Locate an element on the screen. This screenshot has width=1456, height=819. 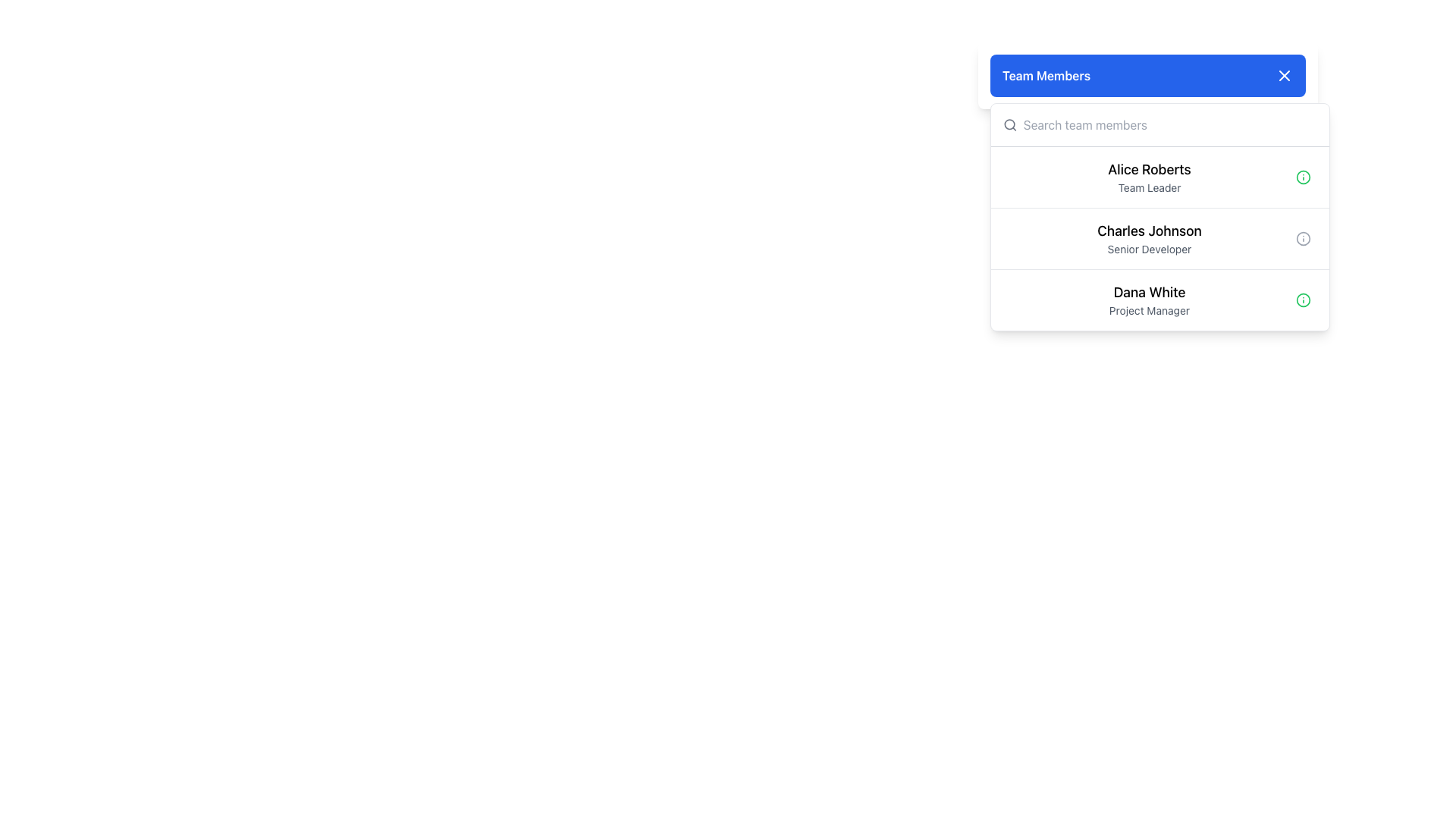
the text element displaying 'Dana White' which identifies the individual associated with the role 'Project Manager' in the Team Members list is located at coordinates (1150, 292).